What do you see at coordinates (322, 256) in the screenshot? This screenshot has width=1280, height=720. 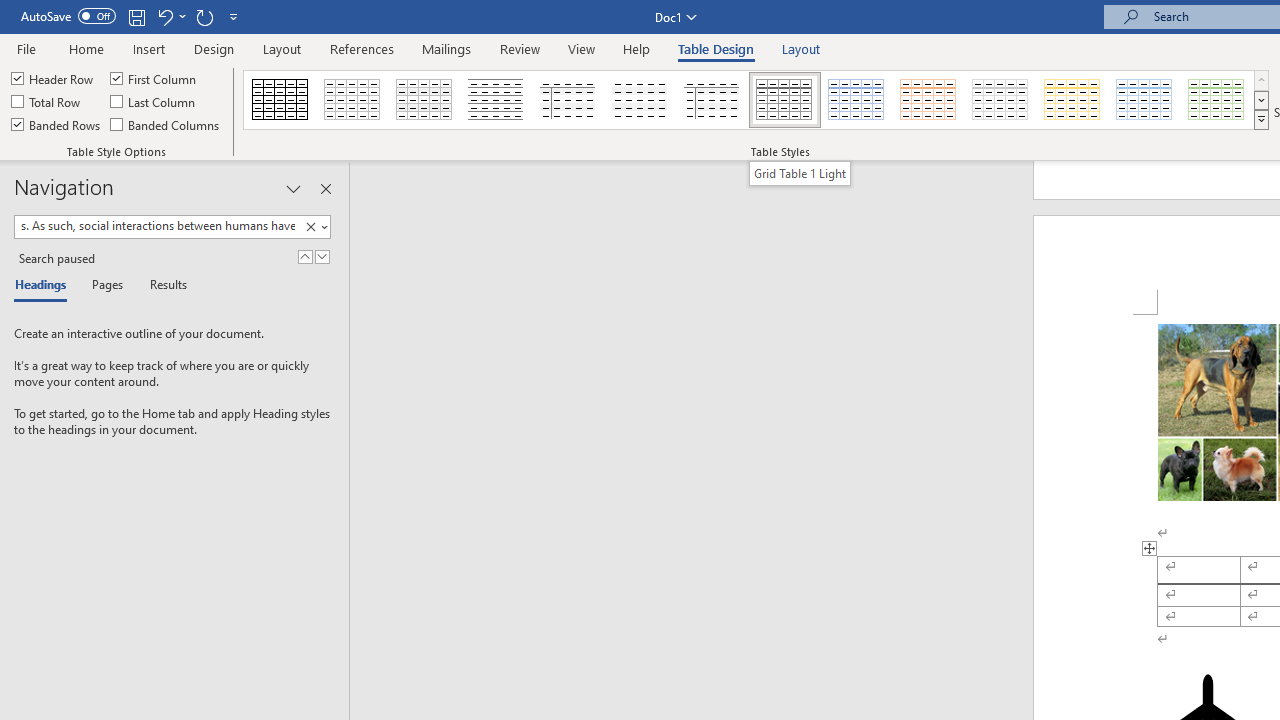 I see `'Next Result'` at bounding box center [322, 256].